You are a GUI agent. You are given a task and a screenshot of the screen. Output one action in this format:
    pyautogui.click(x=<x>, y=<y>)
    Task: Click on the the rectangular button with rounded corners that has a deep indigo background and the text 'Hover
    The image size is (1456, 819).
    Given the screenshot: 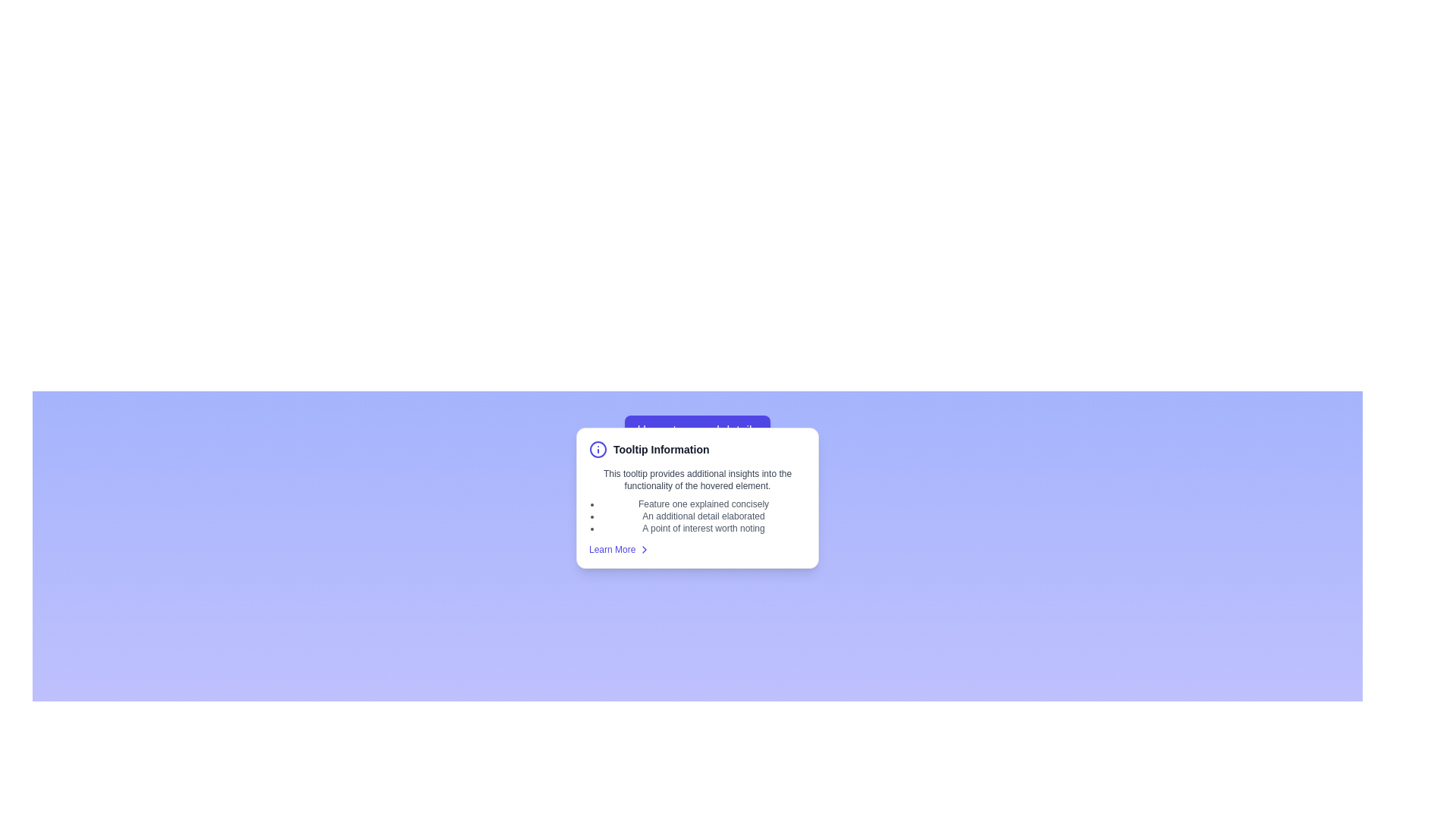 What is the action you would take?
    pyautogui.click(x=697, y=430)
    